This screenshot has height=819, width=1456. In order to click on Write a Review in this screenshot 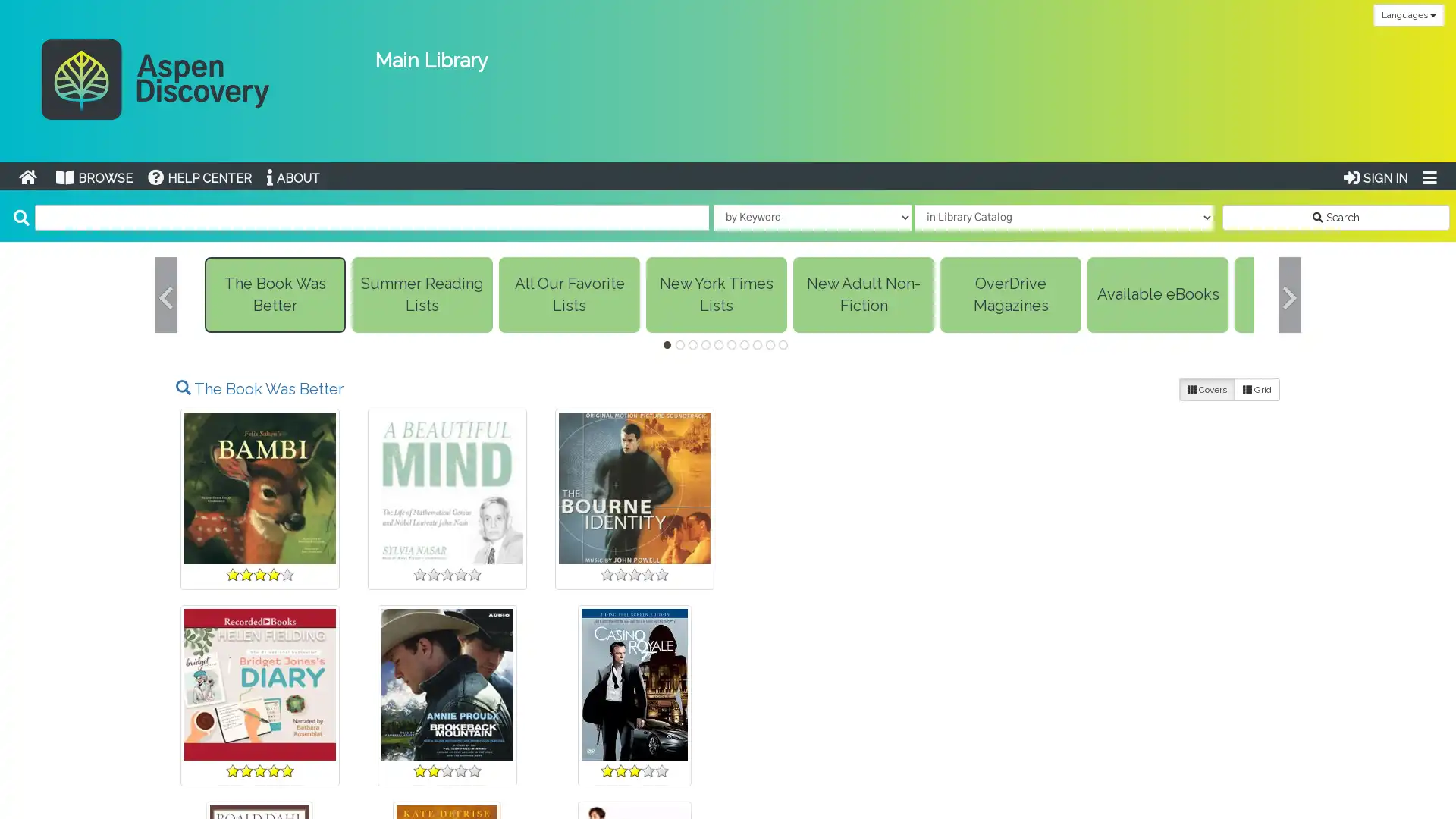, I will do `click(821, 576)`.